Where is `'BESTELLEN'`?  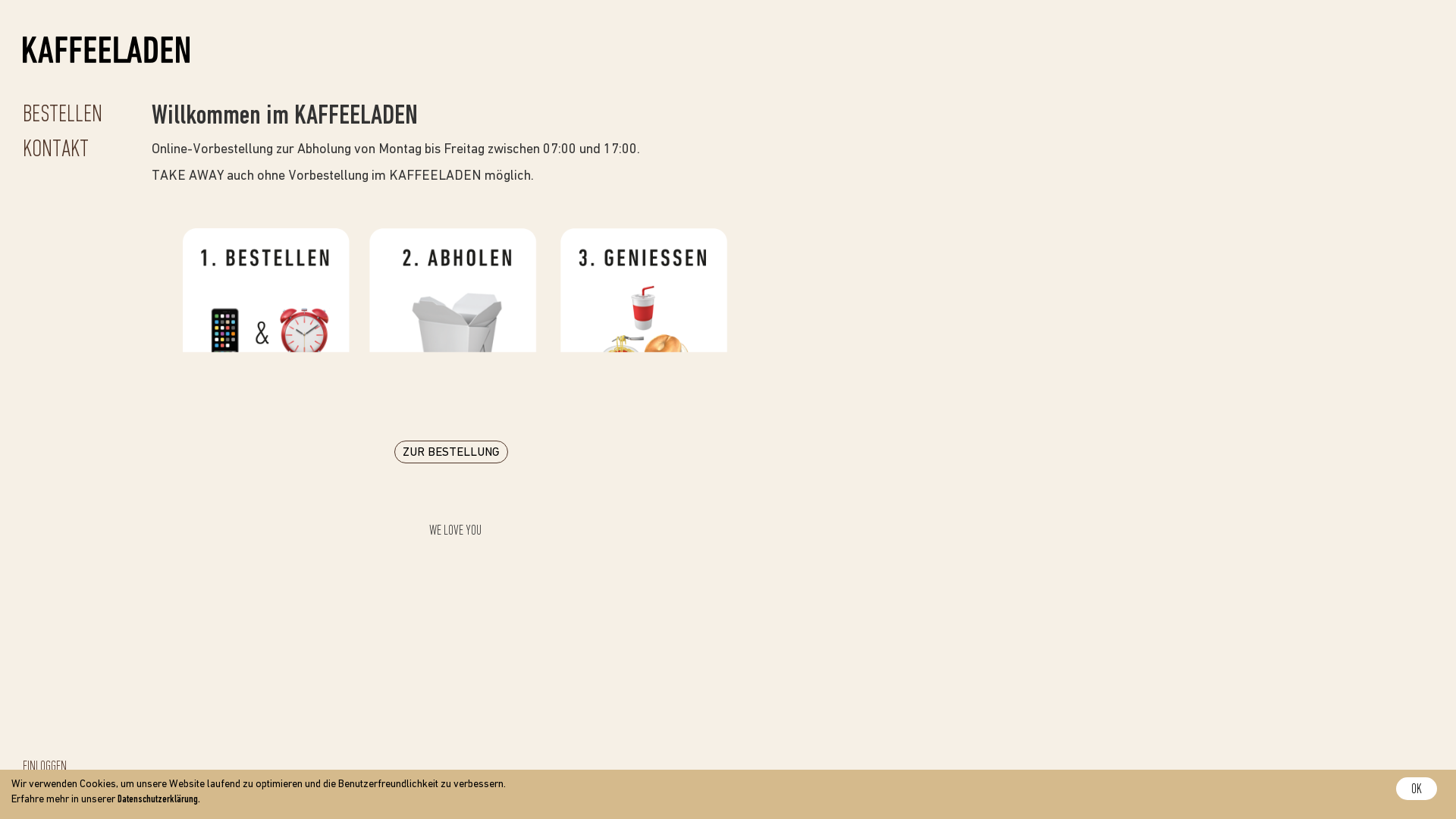 'BESTELLEN' is located at coordinates (61, 114).